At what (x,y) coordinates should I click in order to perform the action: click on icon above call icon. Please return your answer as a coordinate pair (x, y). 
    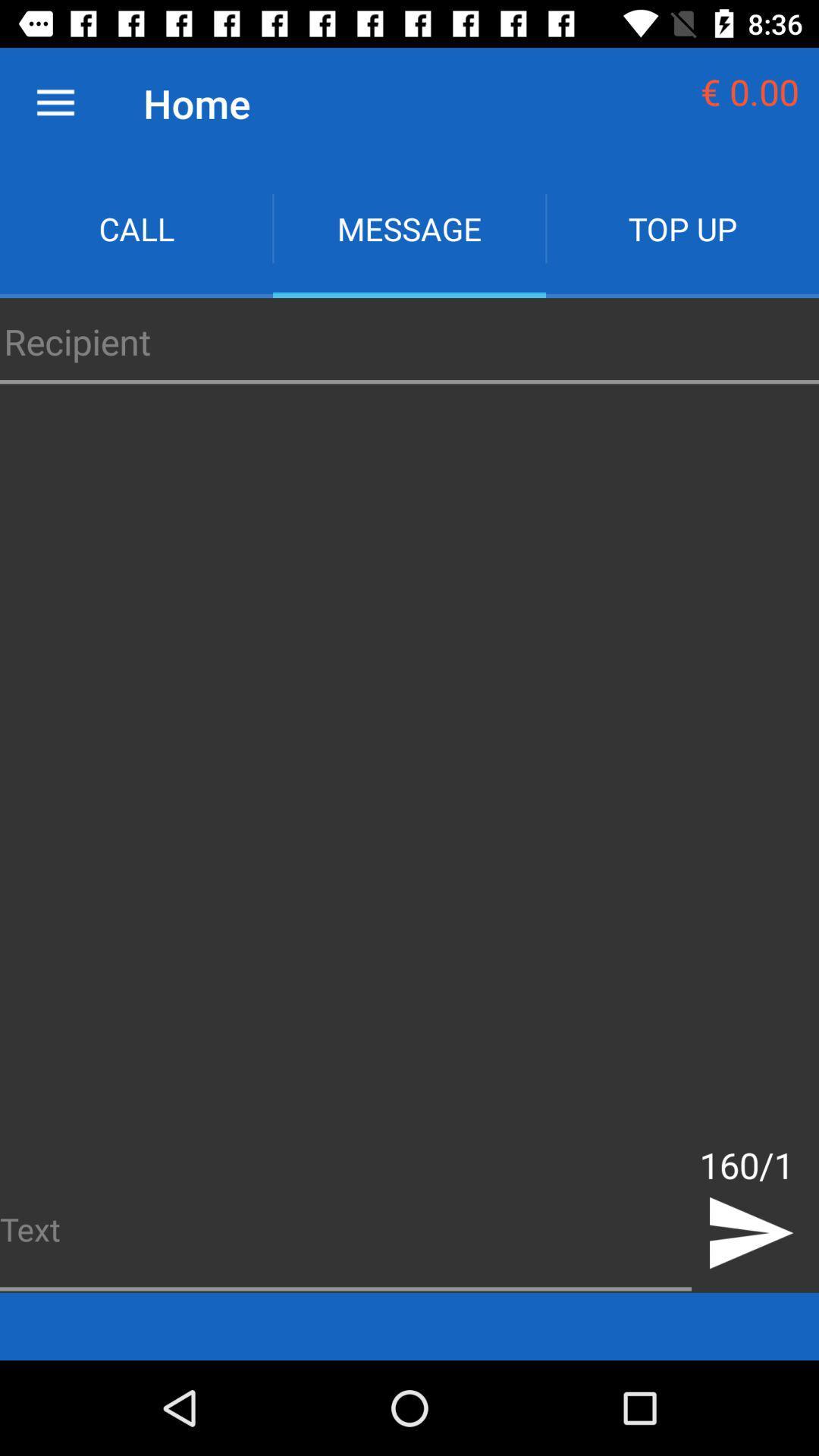
    Looking at the image, I should click on (55, 102).